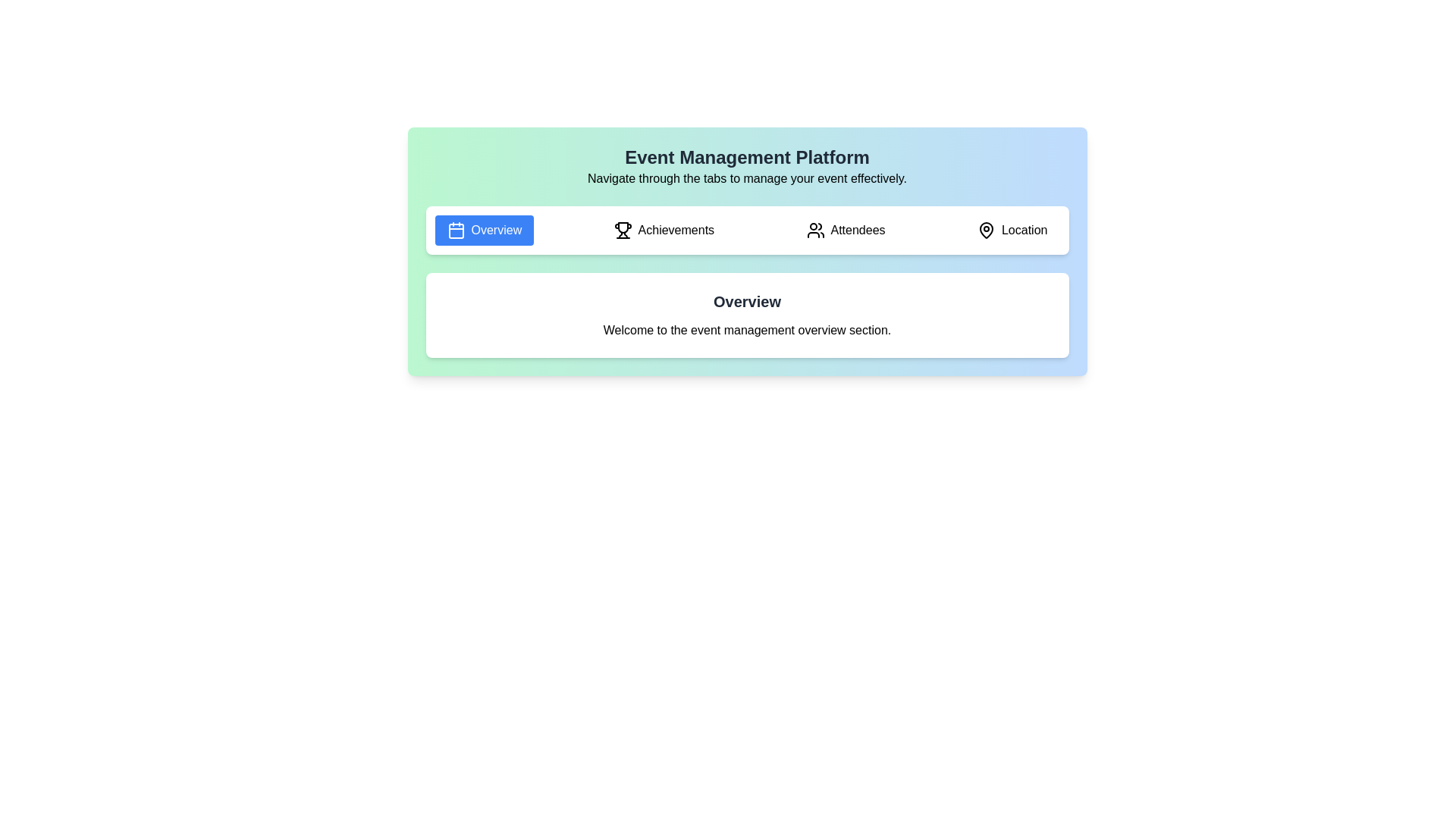  Describe the element at coordinates (747, 177) in the screenshot. I see `instructional text located in the header section of the 'Event Management Platform', which provides guidance on managing event-related tasks` at that location.